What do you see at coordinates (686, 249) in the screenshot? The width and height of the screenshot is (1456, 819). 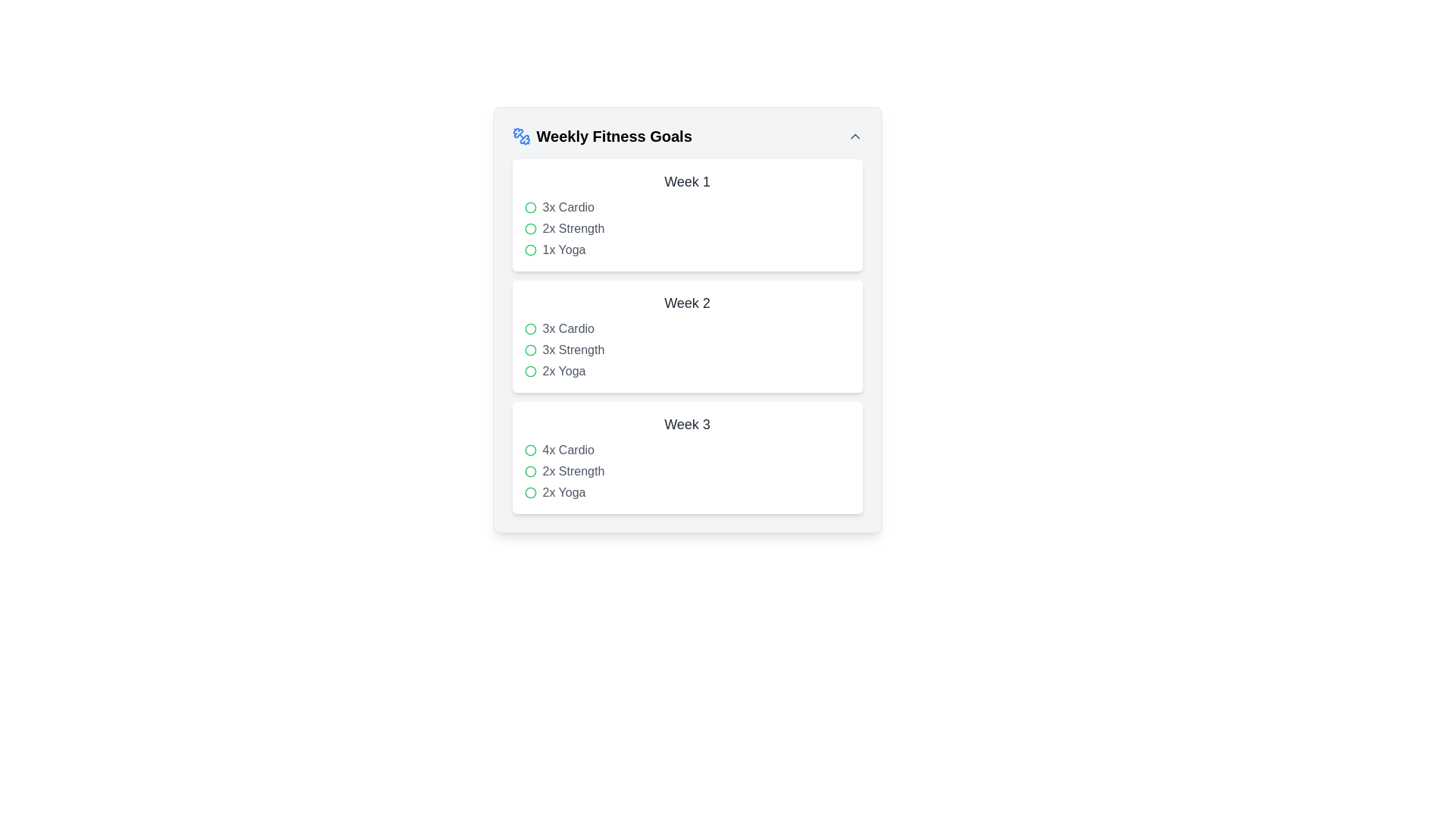 I see `or tap on the list item labeled '1x Yoga'` at bounding box center [686, 249].